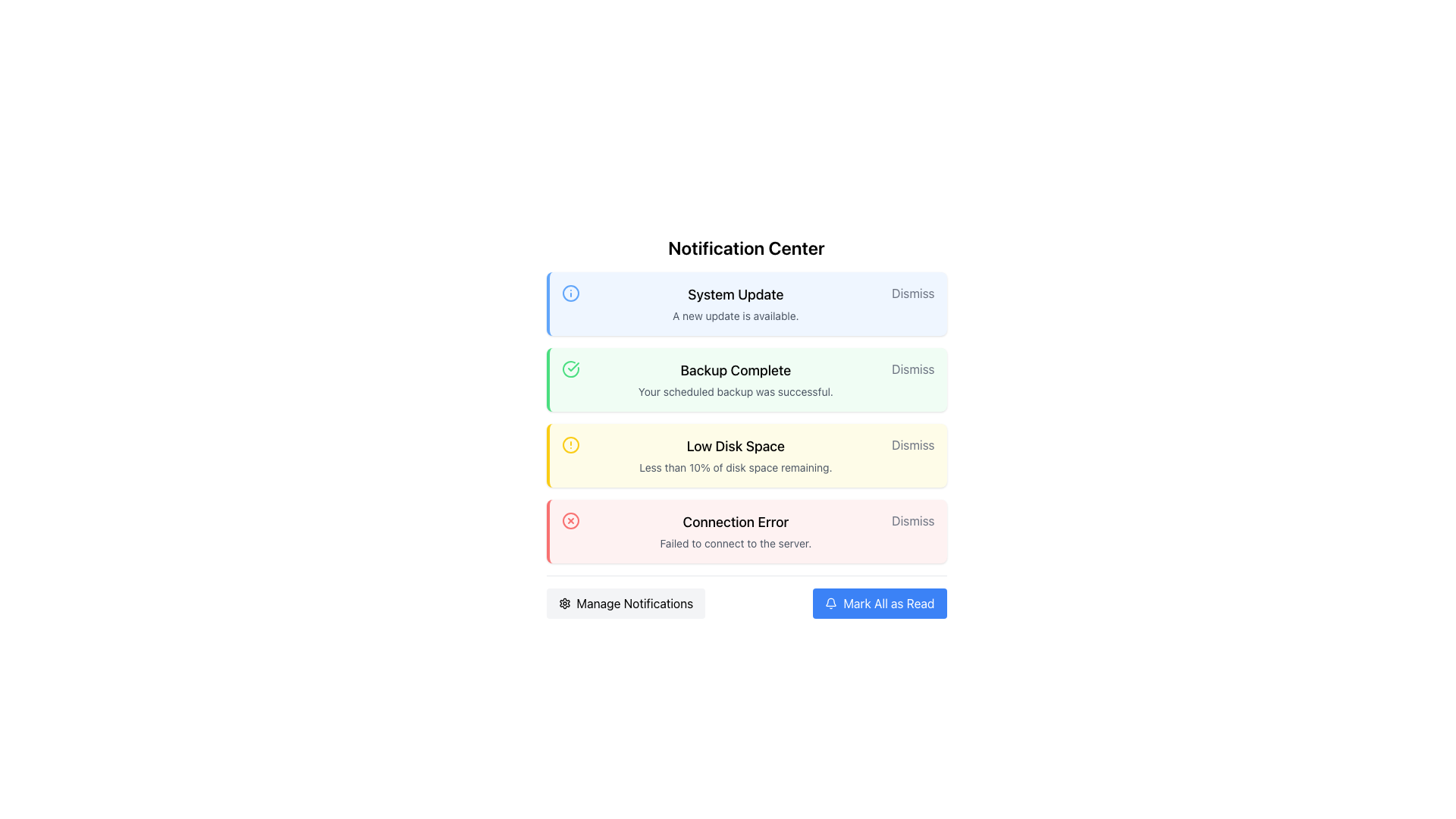 This screenshot has height=819, width=1456. Describe the element at coordinates (736, 455) in the screenshot. I see `the textual notification about low disk space, which is the third notification from the top, located between 'Backup Complete' and 'Connection Error', centered in a yellow background box` at that location.